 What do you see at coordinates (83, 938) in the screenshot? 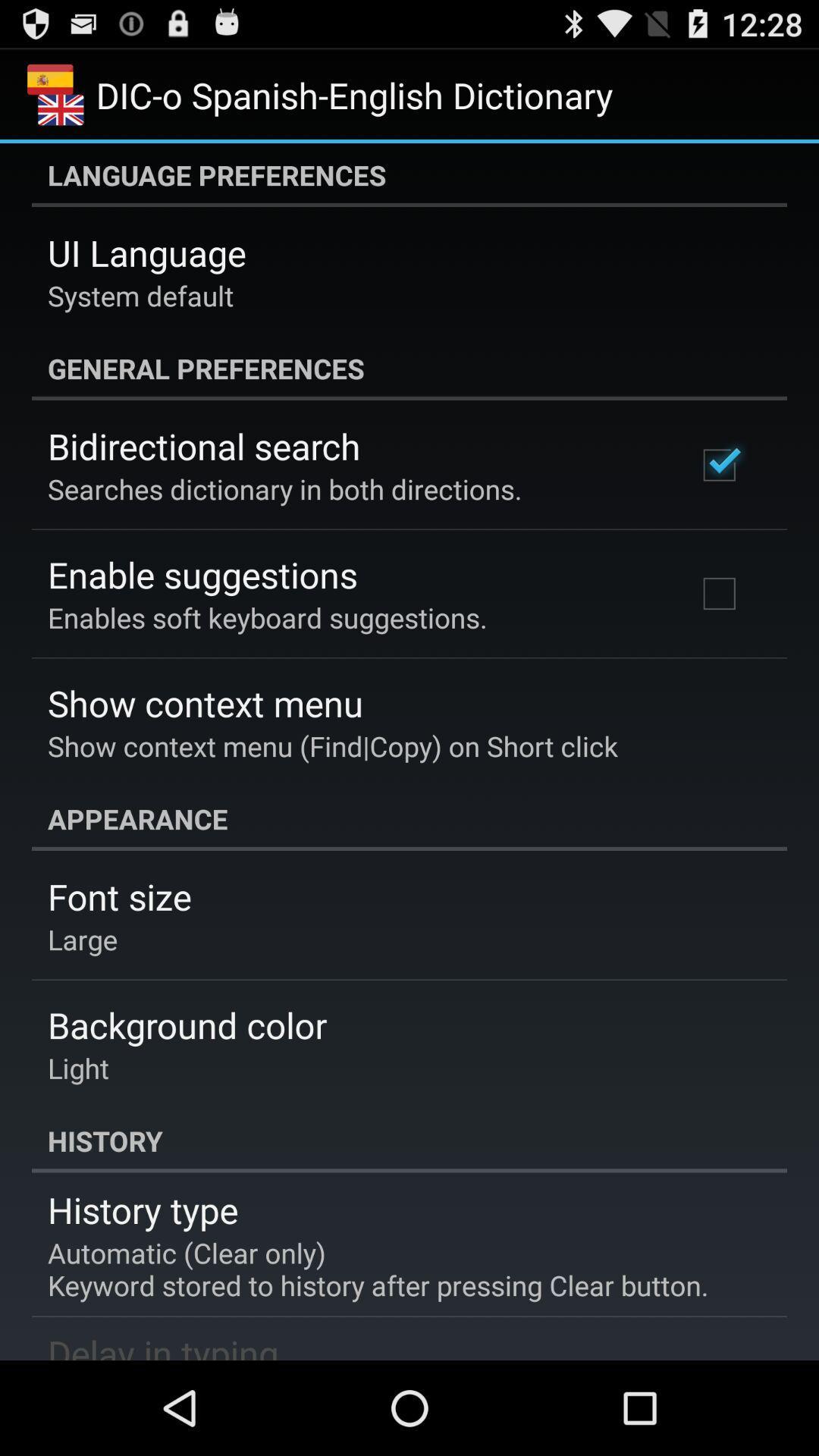
I see `large item` at bounding box center [83, 938].